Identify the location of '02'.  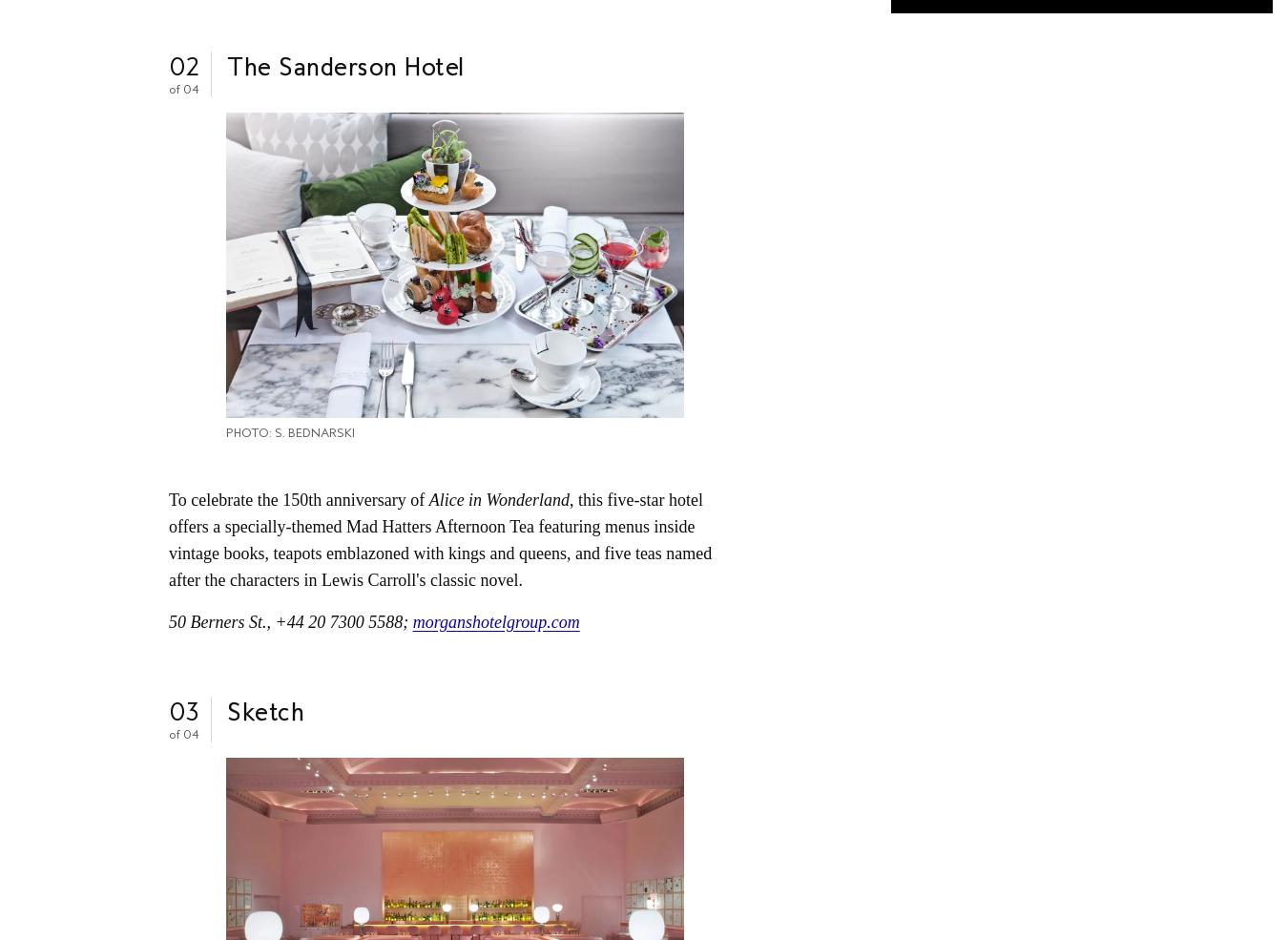
(184, 65).